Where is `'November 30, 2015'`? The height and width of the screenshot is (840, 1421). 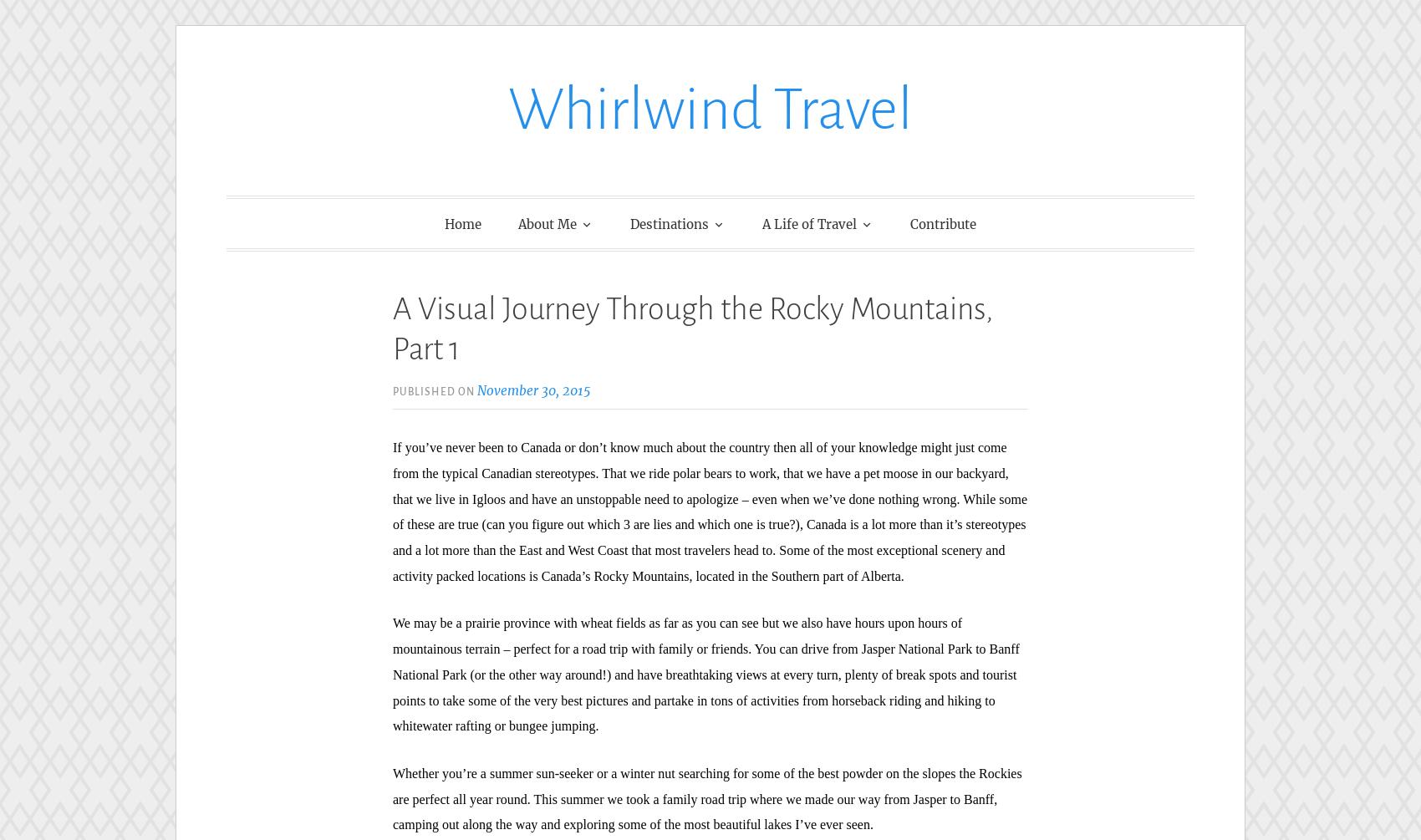
'November 30, 2015' is located at coordinates (533, 389).